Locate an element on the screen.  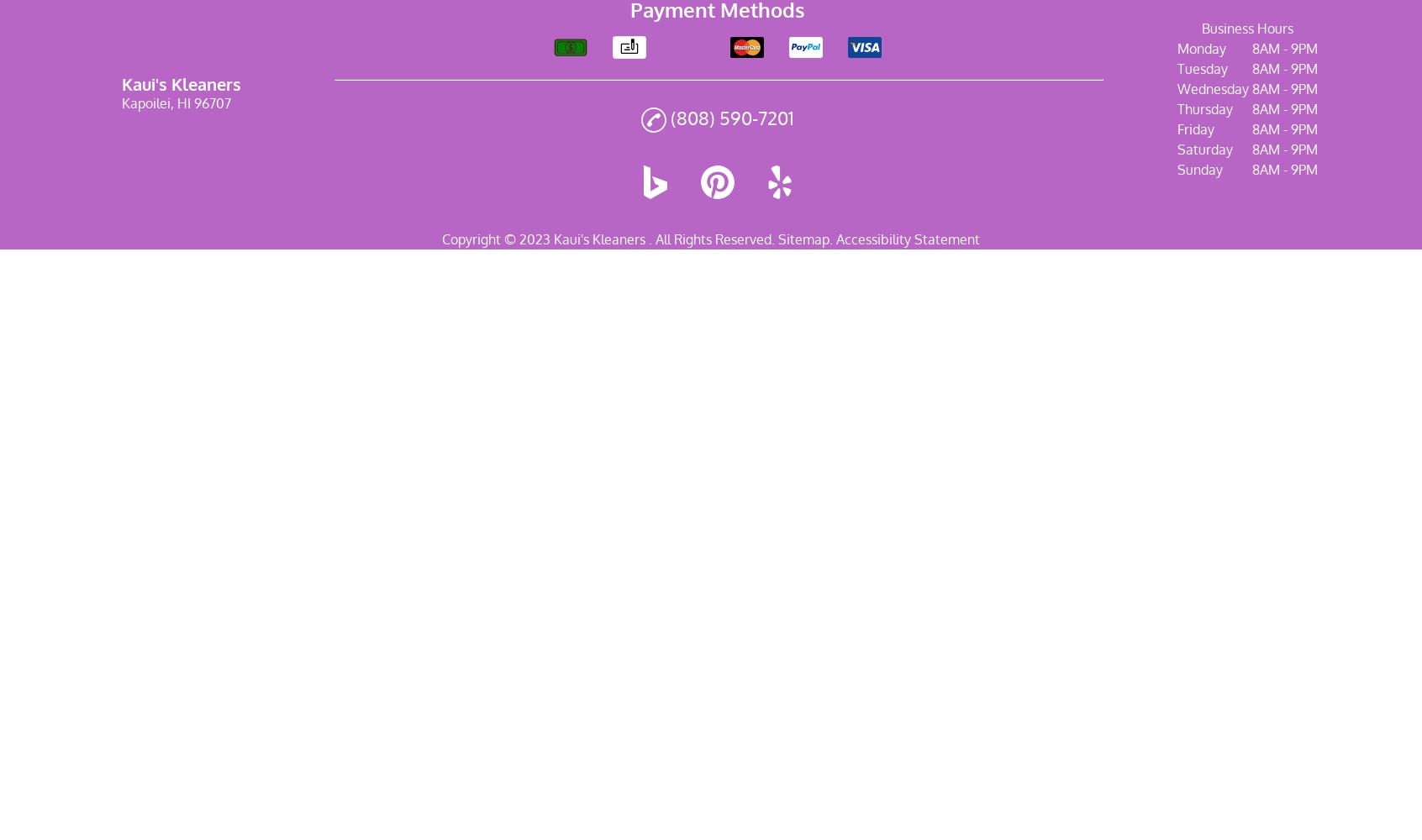
'Tuesday' is located at coordinates (1201, 68).